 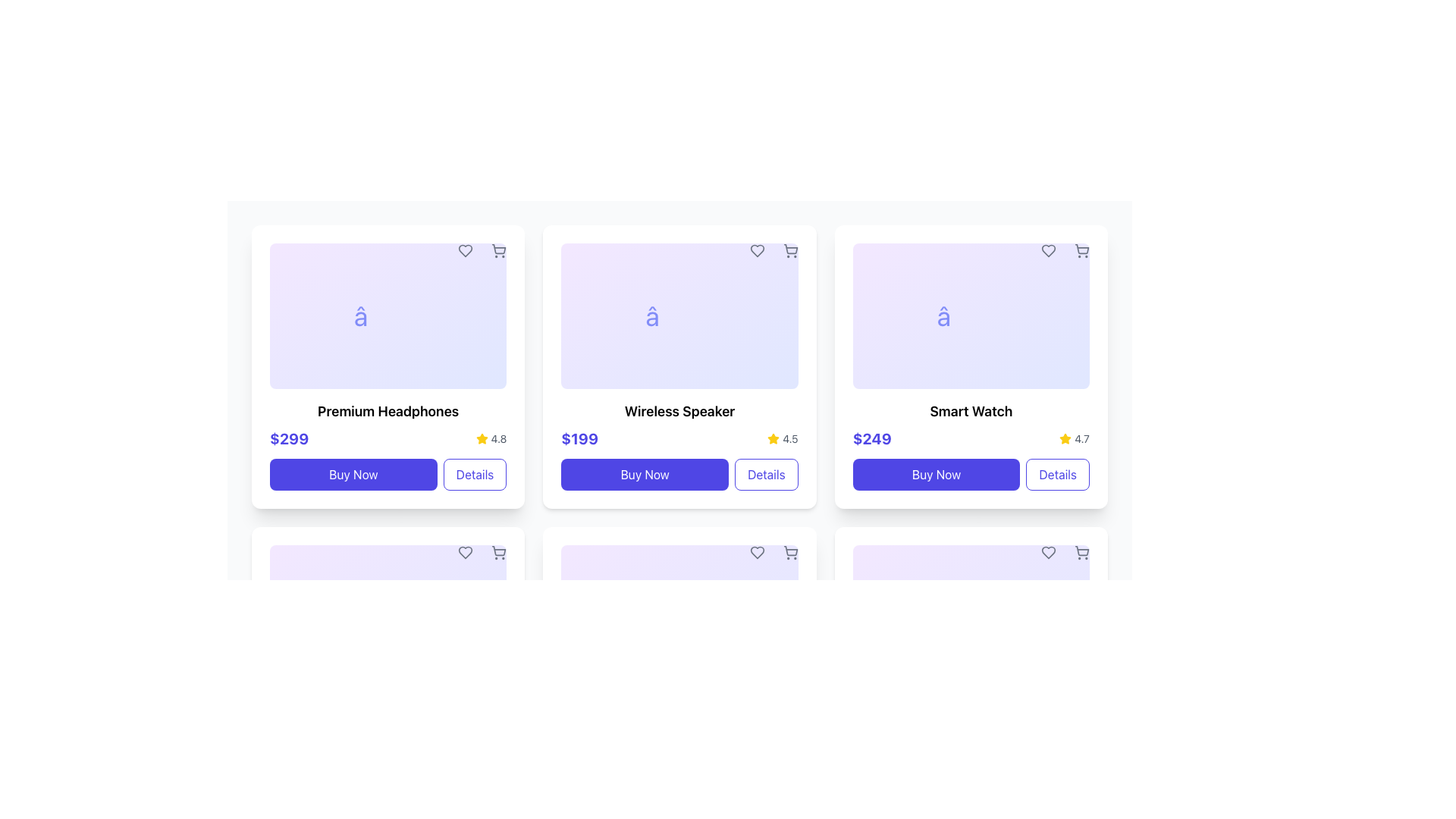 I want to click on the yellow star icon located in the upper-right corner of the 'Smart Watch' product card, adjacent to the heart and shopping cart icons, so click(x=1065, y=438).